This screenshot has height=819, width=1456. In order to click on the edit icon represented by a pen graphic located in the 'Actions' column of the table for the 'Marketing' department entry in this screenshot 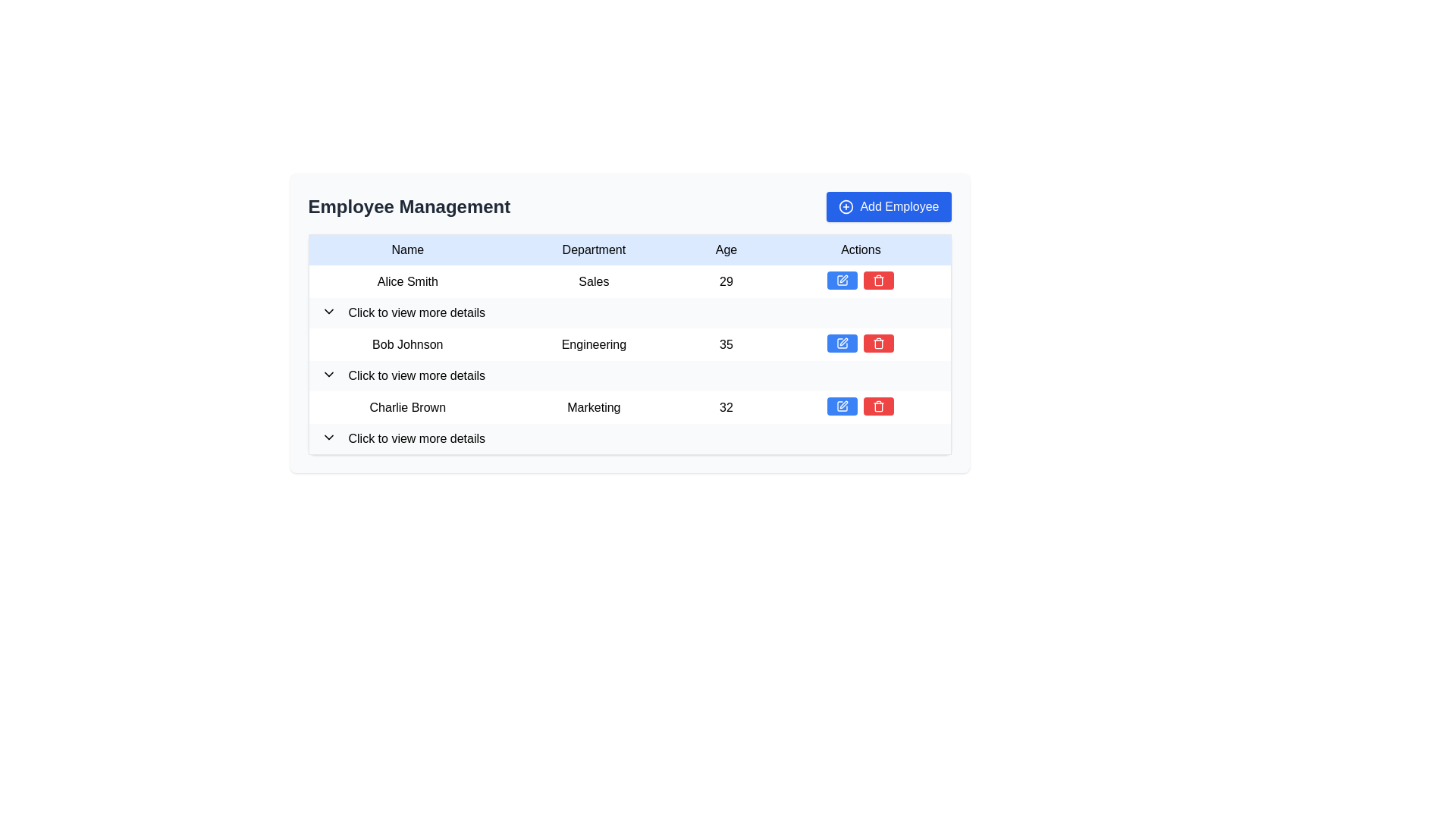, I will do `click(843, 403)`.